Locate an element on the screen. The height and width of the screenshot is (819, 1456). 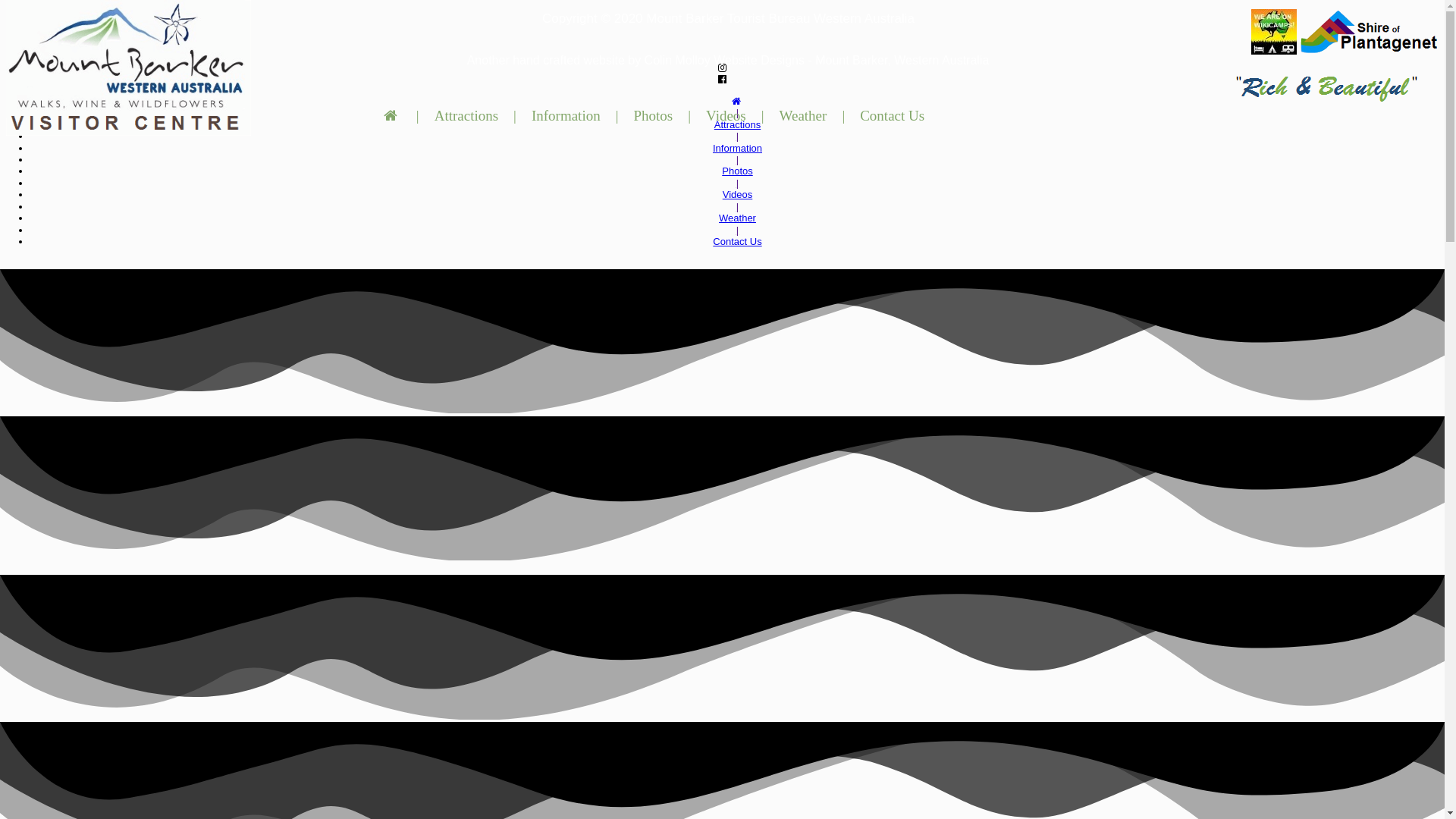
'Return to Home Page' is located at coordinates (128, 67).